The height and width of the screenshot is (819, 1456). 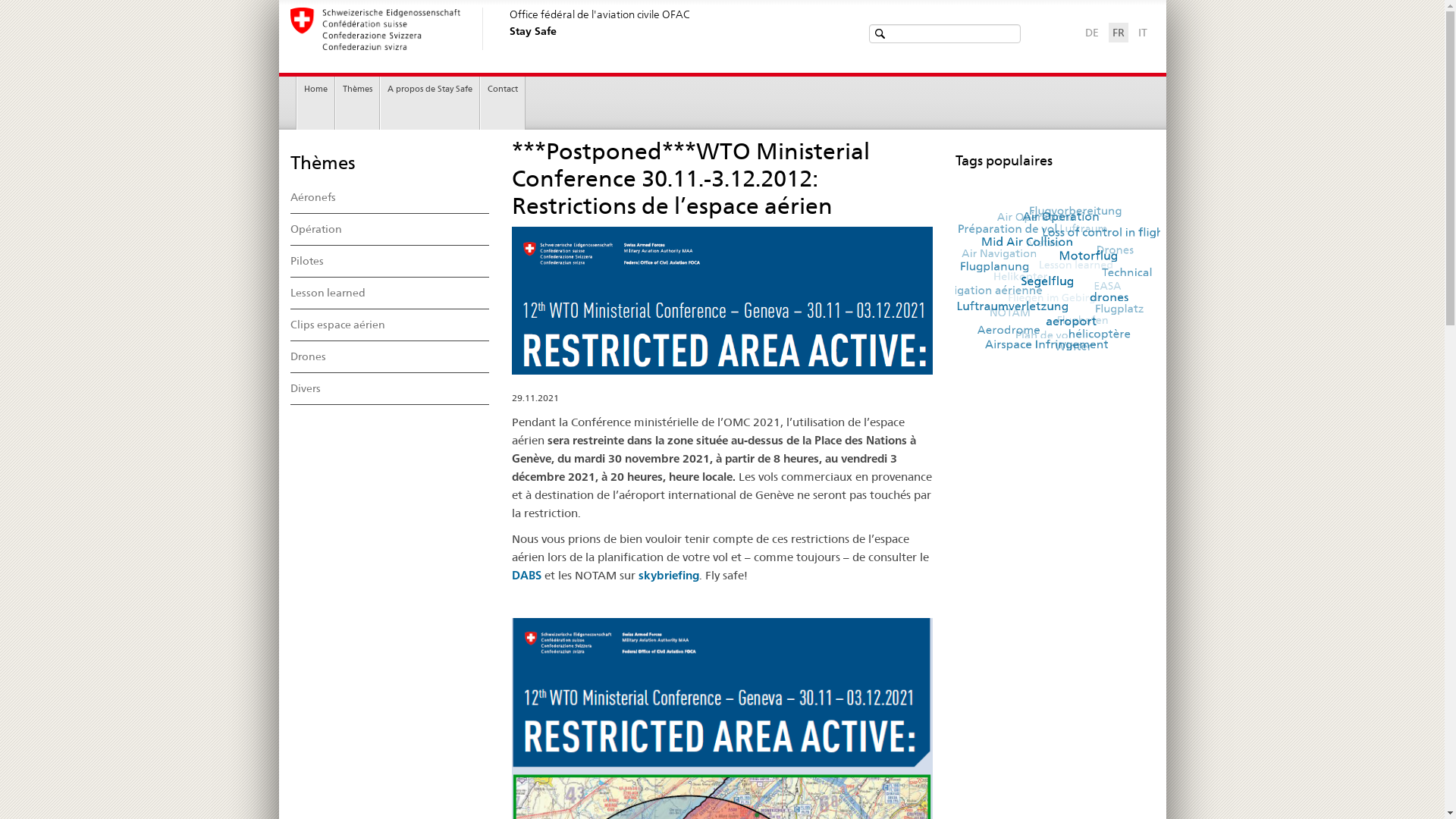 I want to click on 'A propos de Stay Safe', so click(x=428, y=102).